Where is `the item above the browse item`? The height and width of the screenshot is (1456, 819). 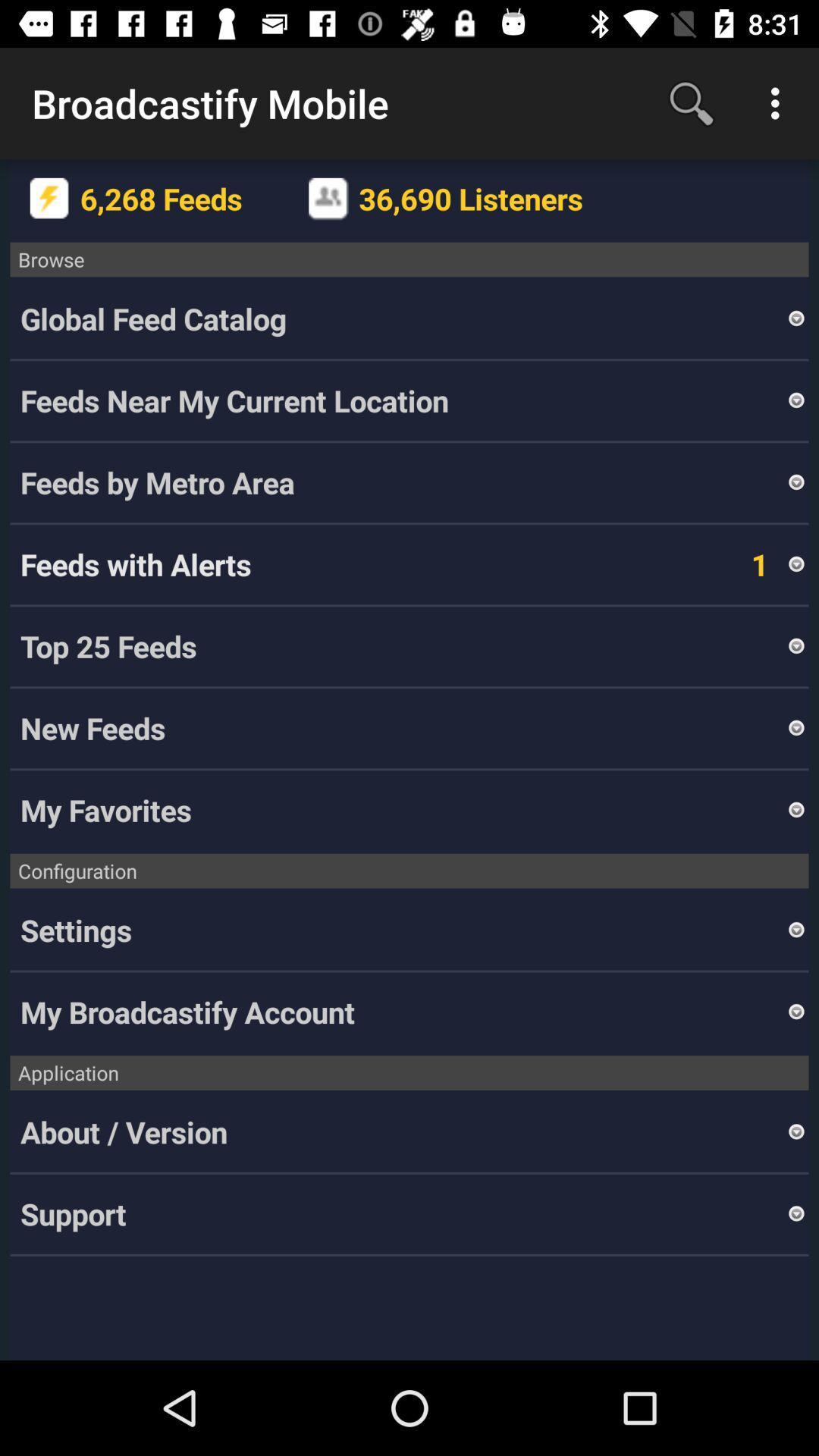
the item above the browse item is located at coordinates (328, 198).